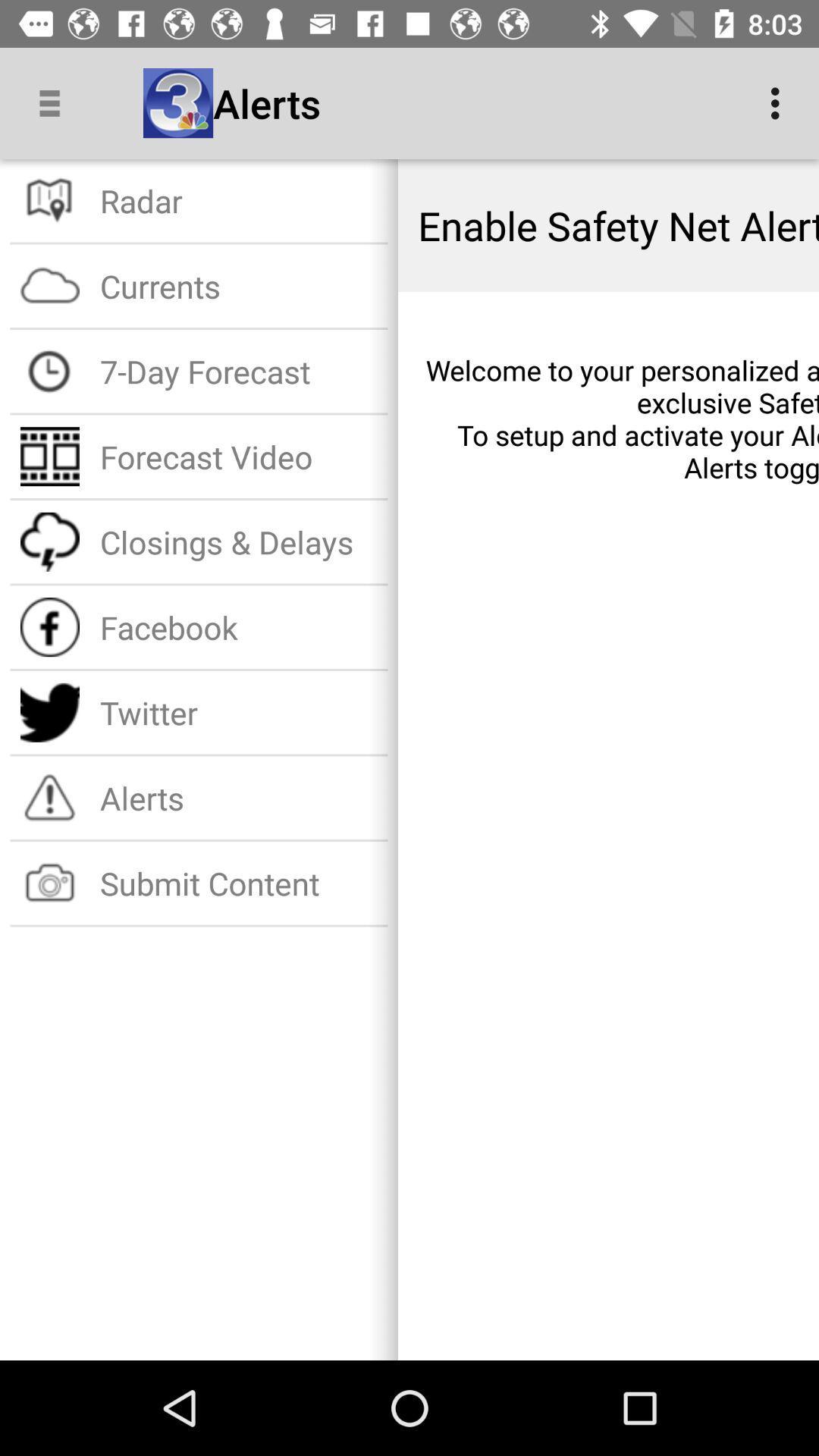  What do you see at coordinates (239, 627) in the screenshot?
I see `facebook icon` at bounding box center [239, 627].